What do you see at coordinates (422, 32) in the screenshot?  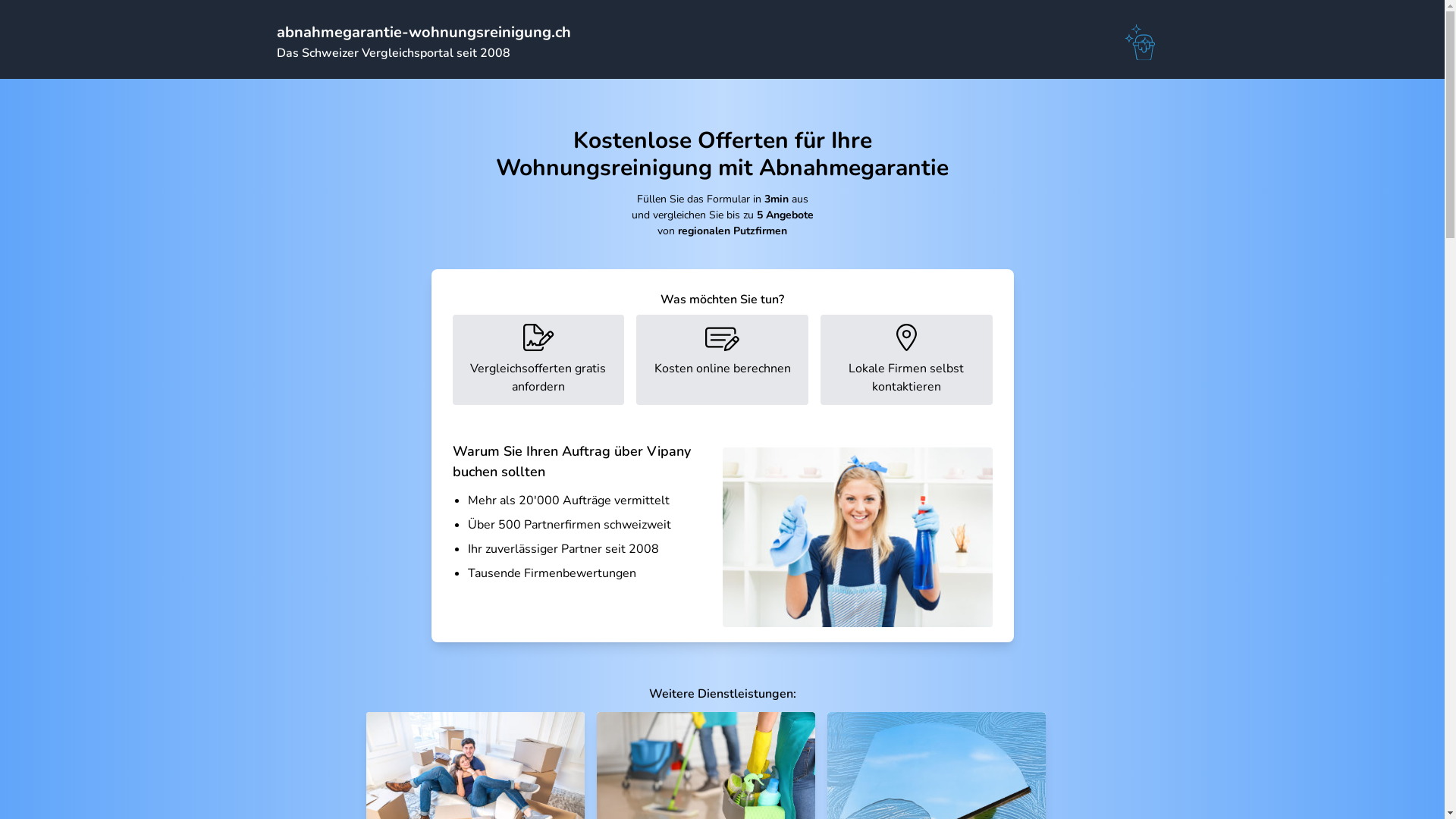 I see `'abnahmegarantie-wohnungsreinigung.ch'` at bounding box center [422, 32].